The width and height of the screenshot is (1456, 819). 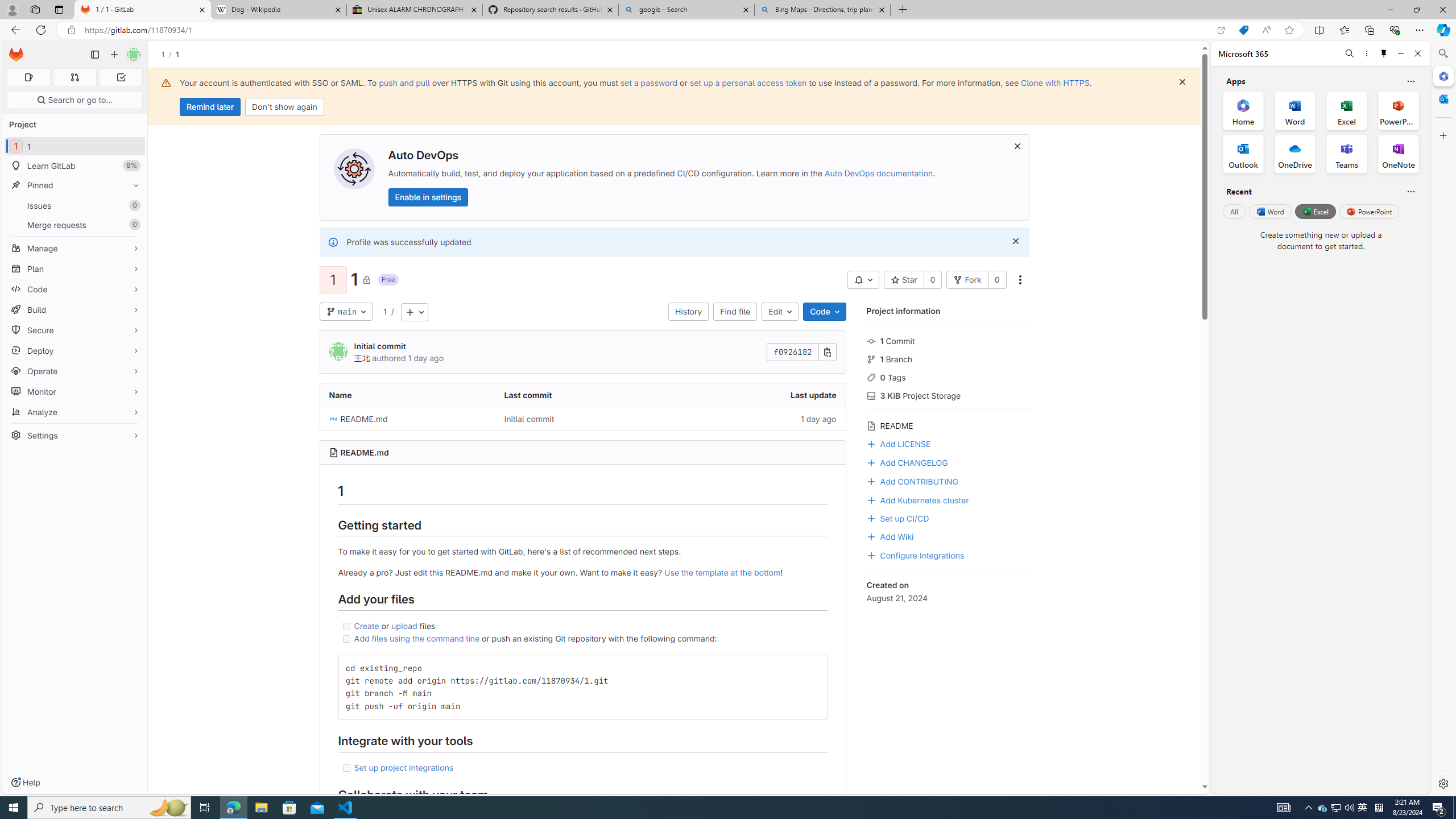 I want to click on 'Issues 0', so click(x=74, y=205).